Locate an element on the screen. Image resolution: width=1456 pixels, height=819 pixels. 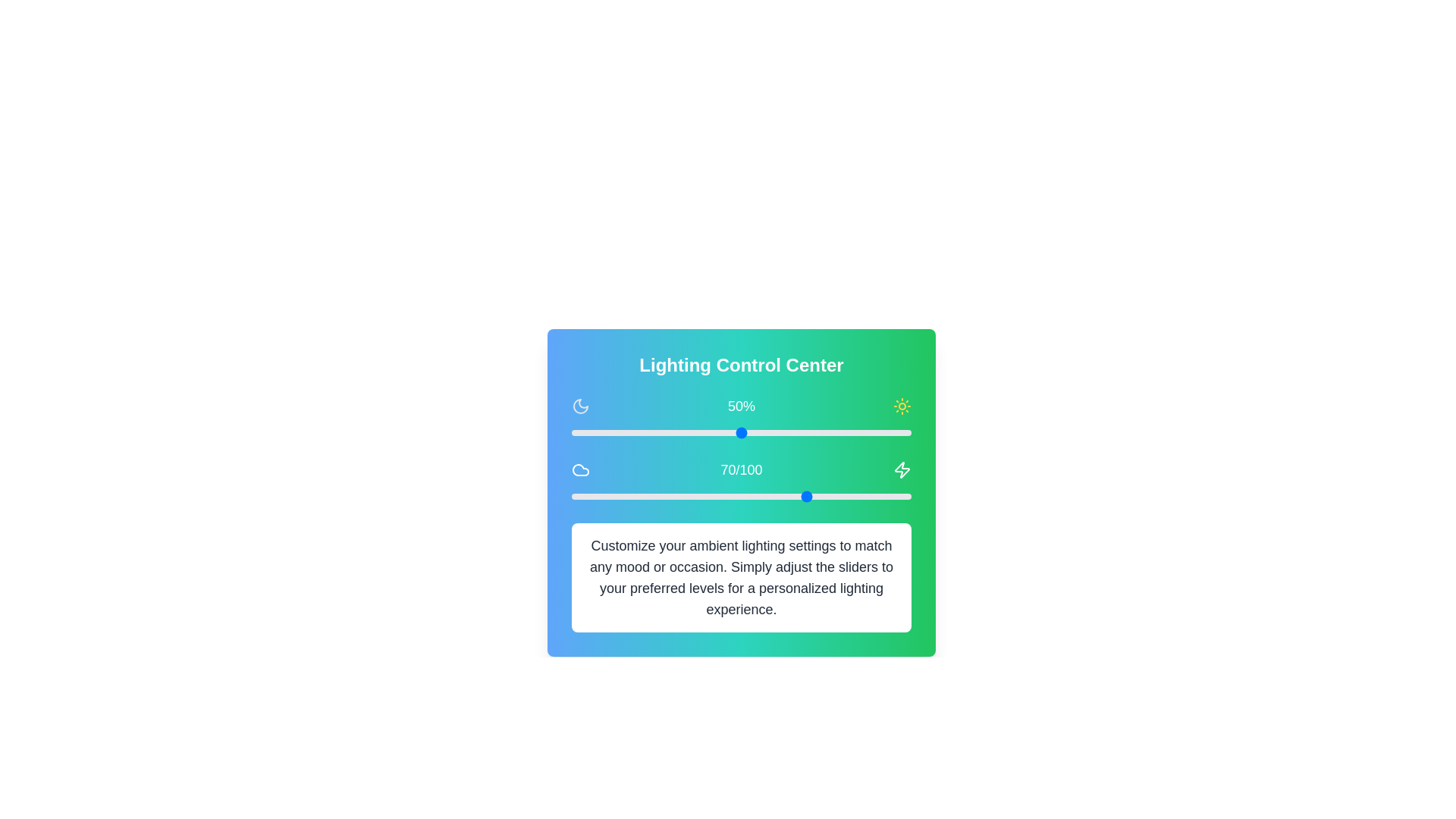
the slider to set the value to 88 is located at coordinates (871, 432).